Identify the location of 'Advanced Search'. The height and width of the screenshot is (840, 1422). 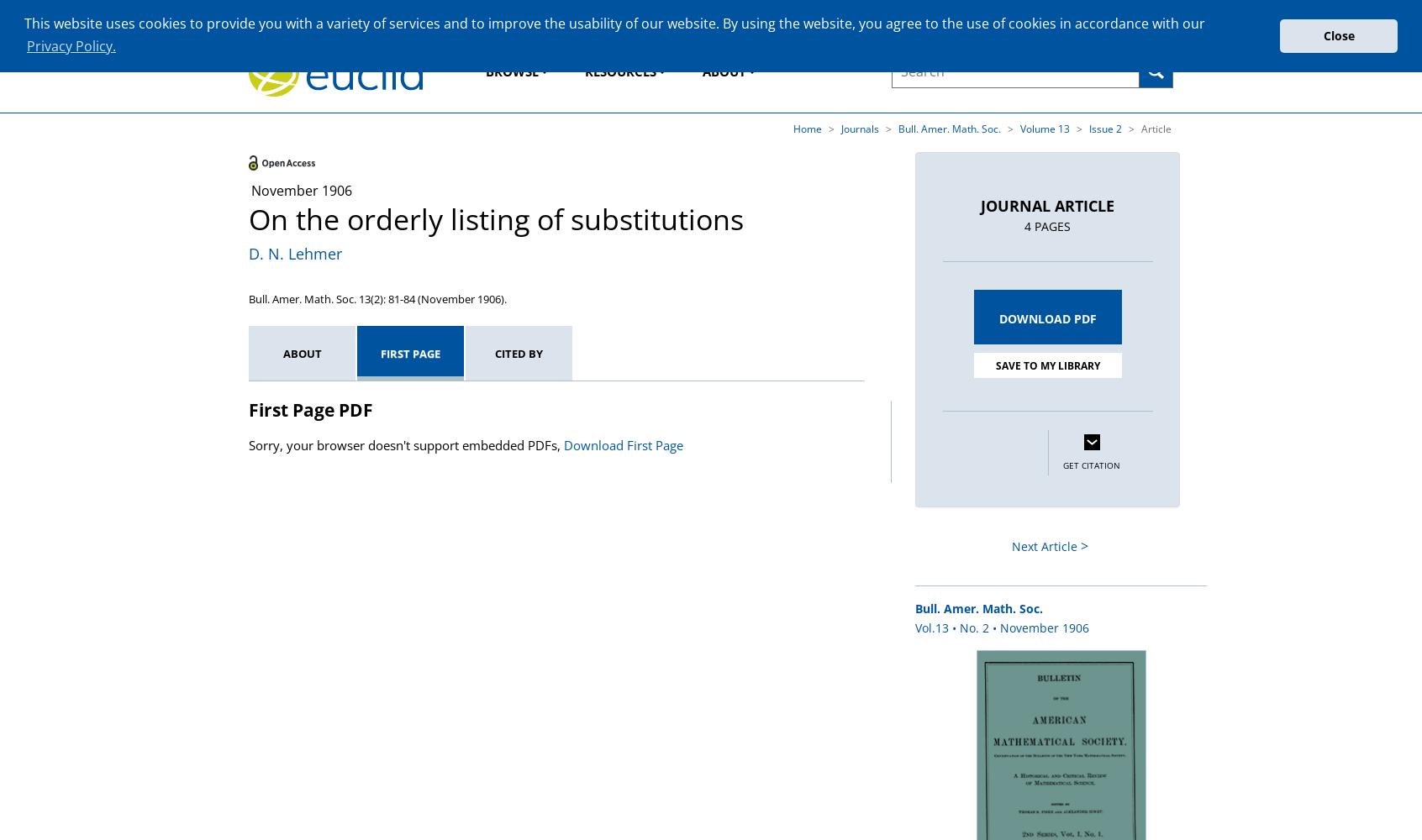
(1123, 47).